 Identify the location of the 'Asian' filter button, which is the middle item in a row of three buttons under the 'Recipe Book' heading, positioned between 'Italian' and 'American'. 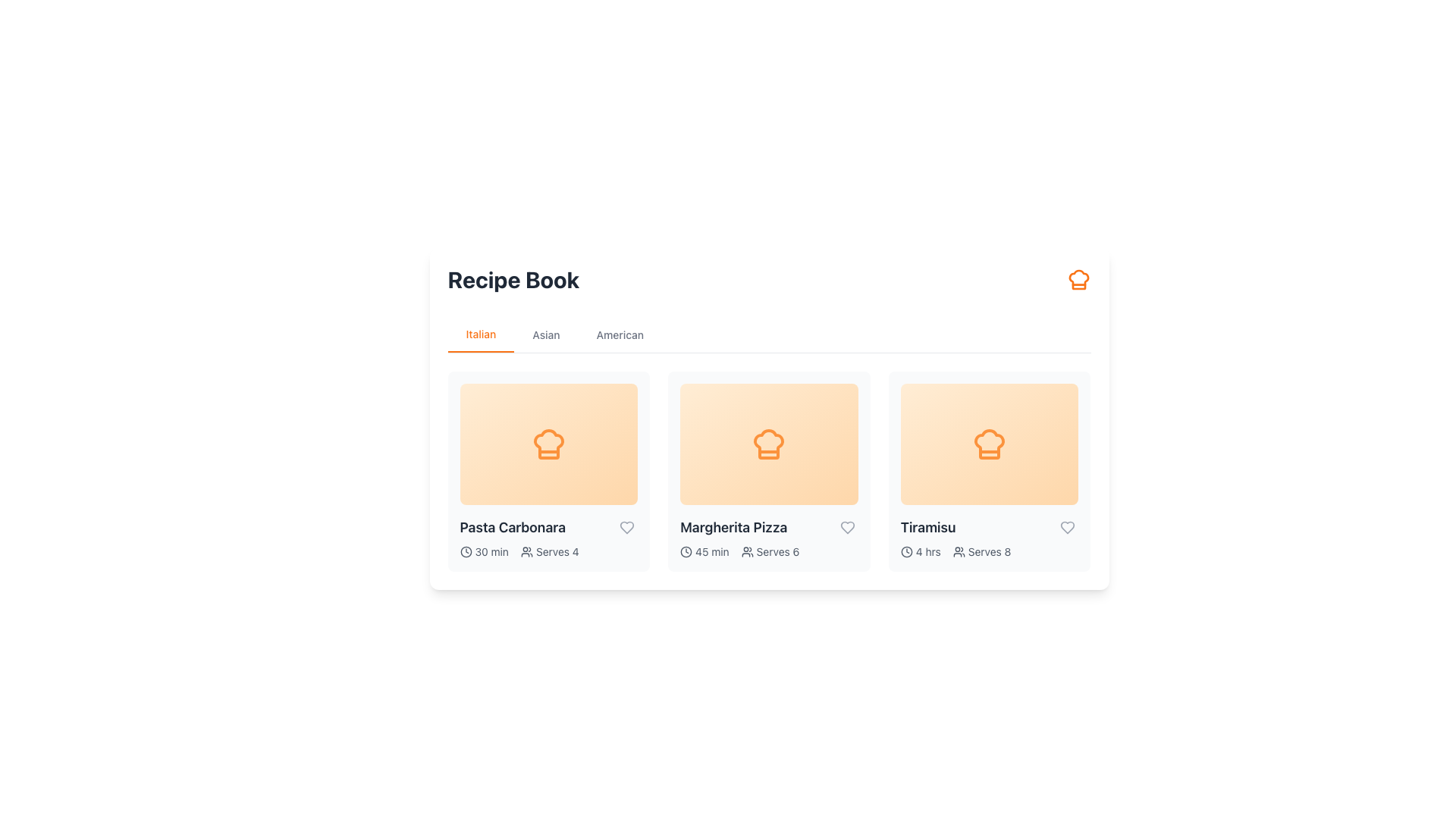
(546, 334).